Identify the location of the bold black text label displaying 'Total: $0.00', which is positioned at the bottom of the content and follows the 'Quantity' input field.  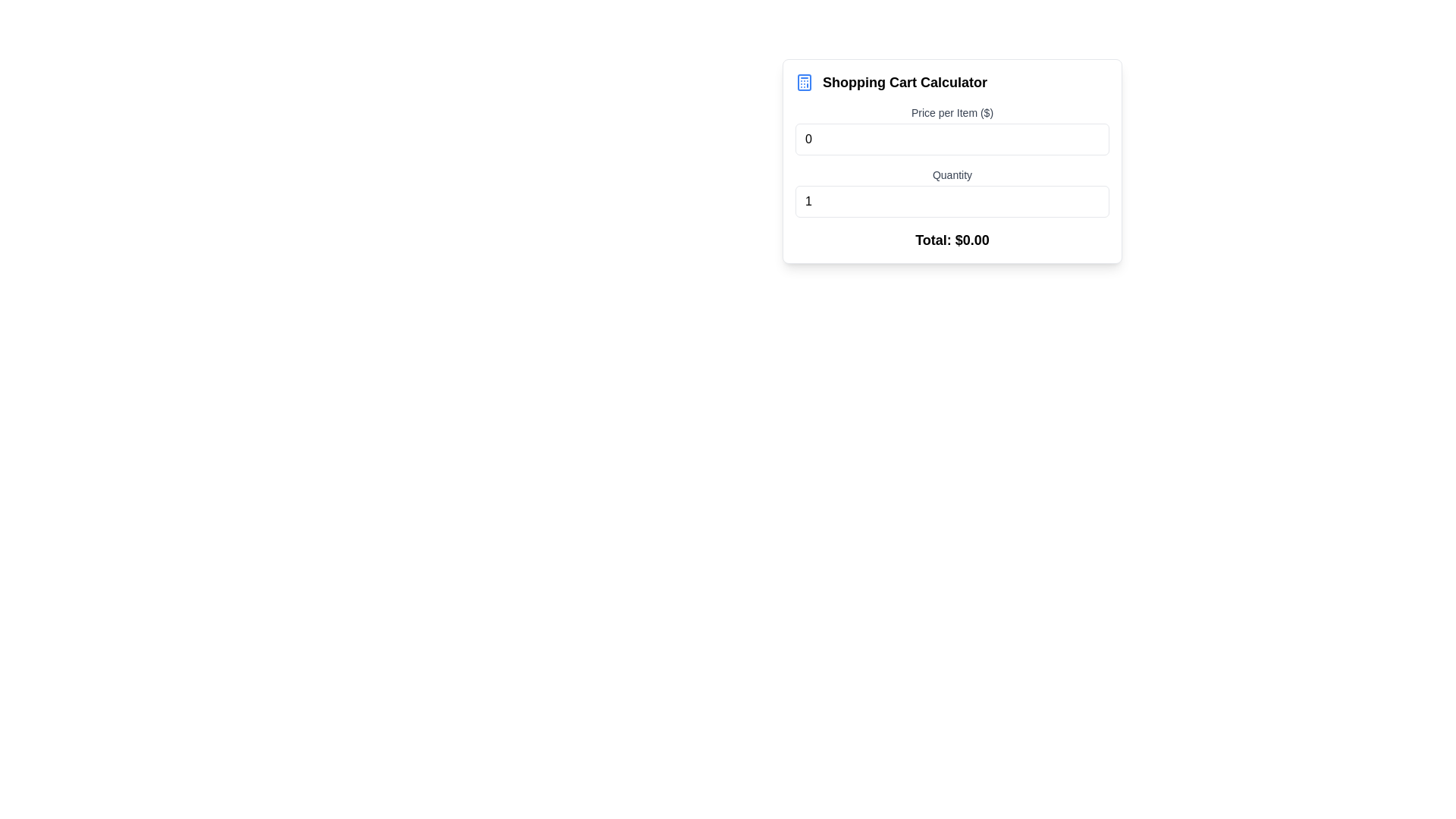
(952, 239).